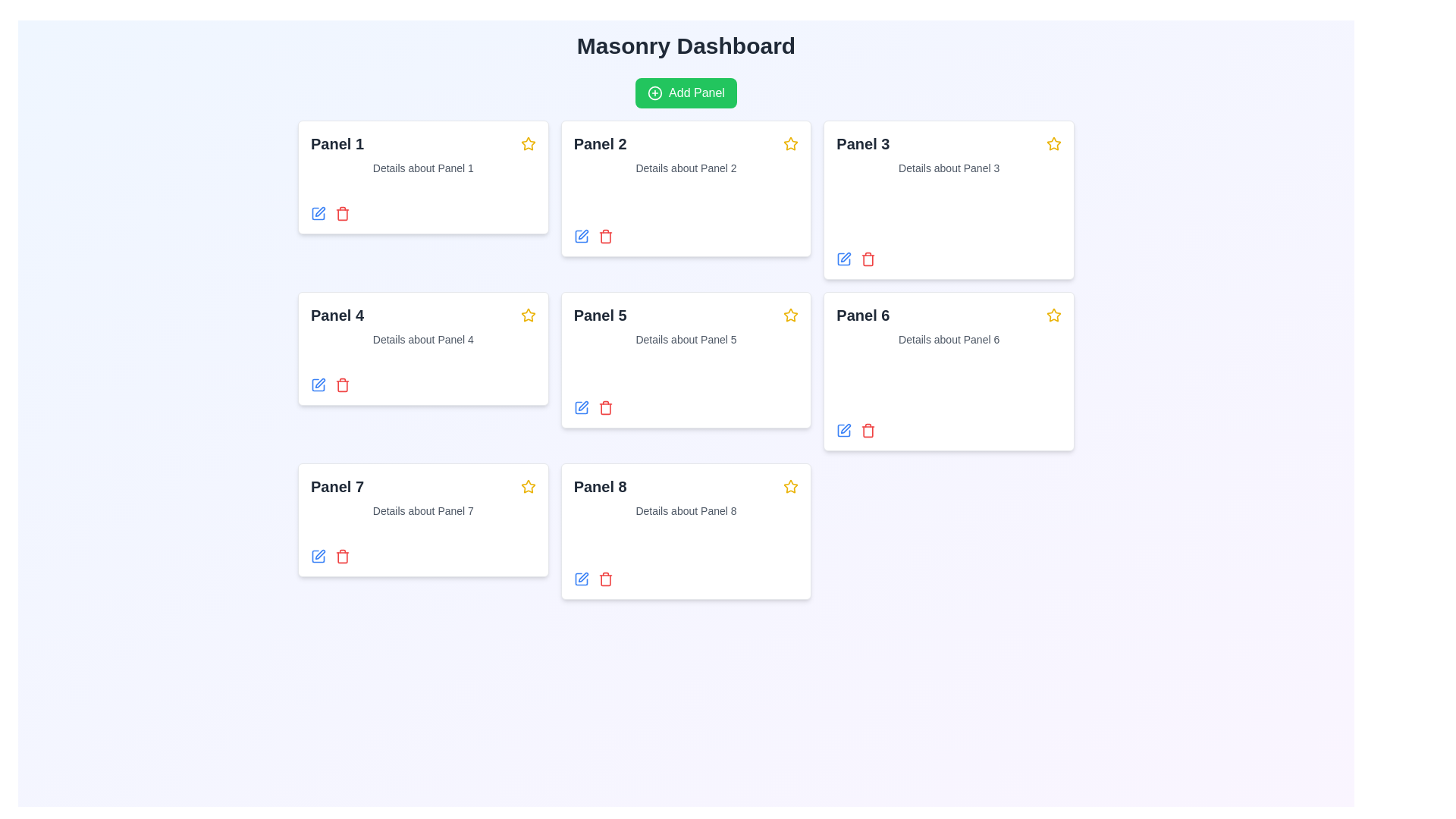  Describe the element at coordinates (604, 237) in the screenshot. I see `the delete icon located in 'Panel 2'` at that location.